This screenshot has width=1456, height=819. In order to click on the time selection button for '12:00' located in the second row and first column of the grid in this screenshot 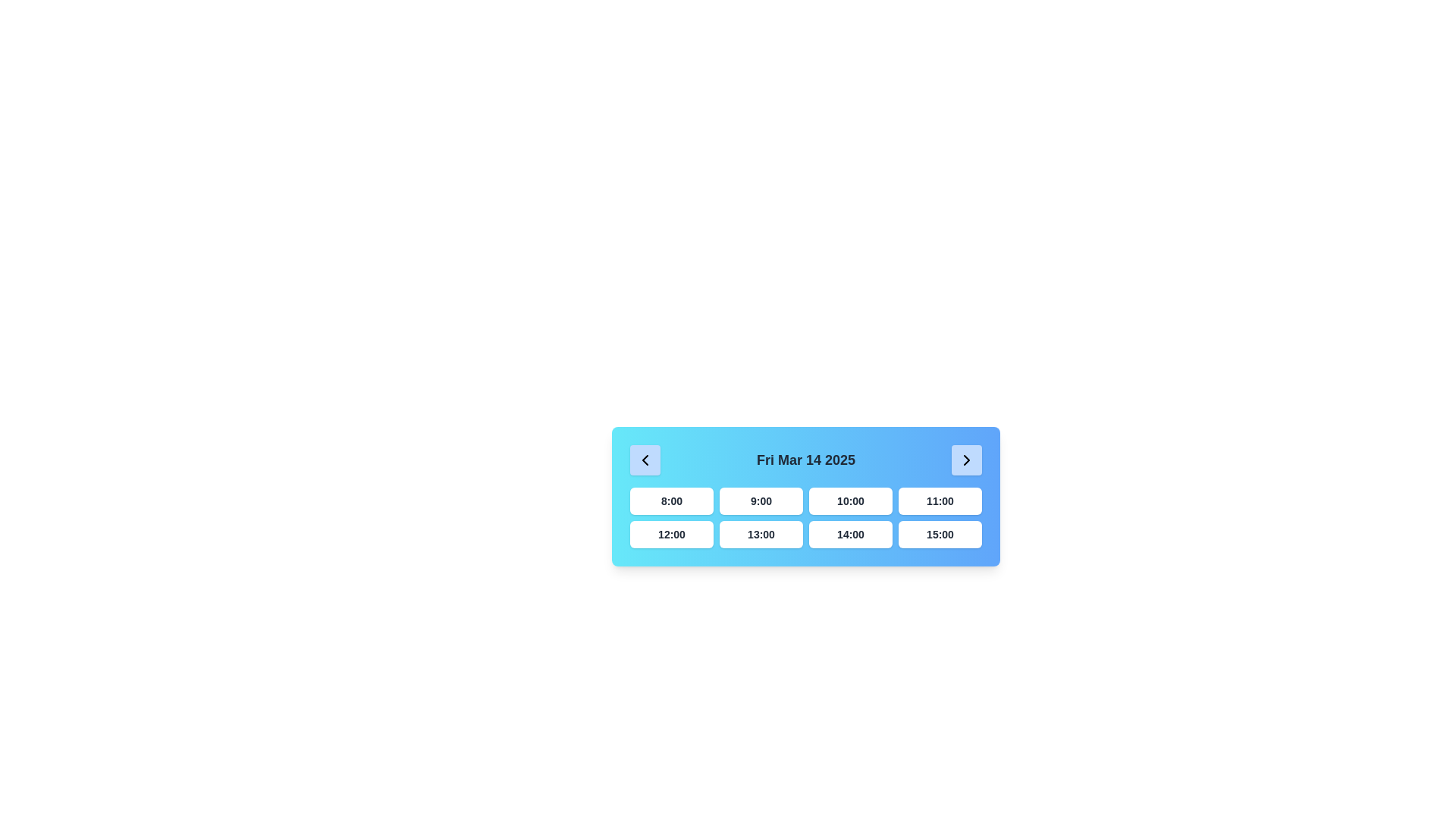, I will do `click(671, 534)`.